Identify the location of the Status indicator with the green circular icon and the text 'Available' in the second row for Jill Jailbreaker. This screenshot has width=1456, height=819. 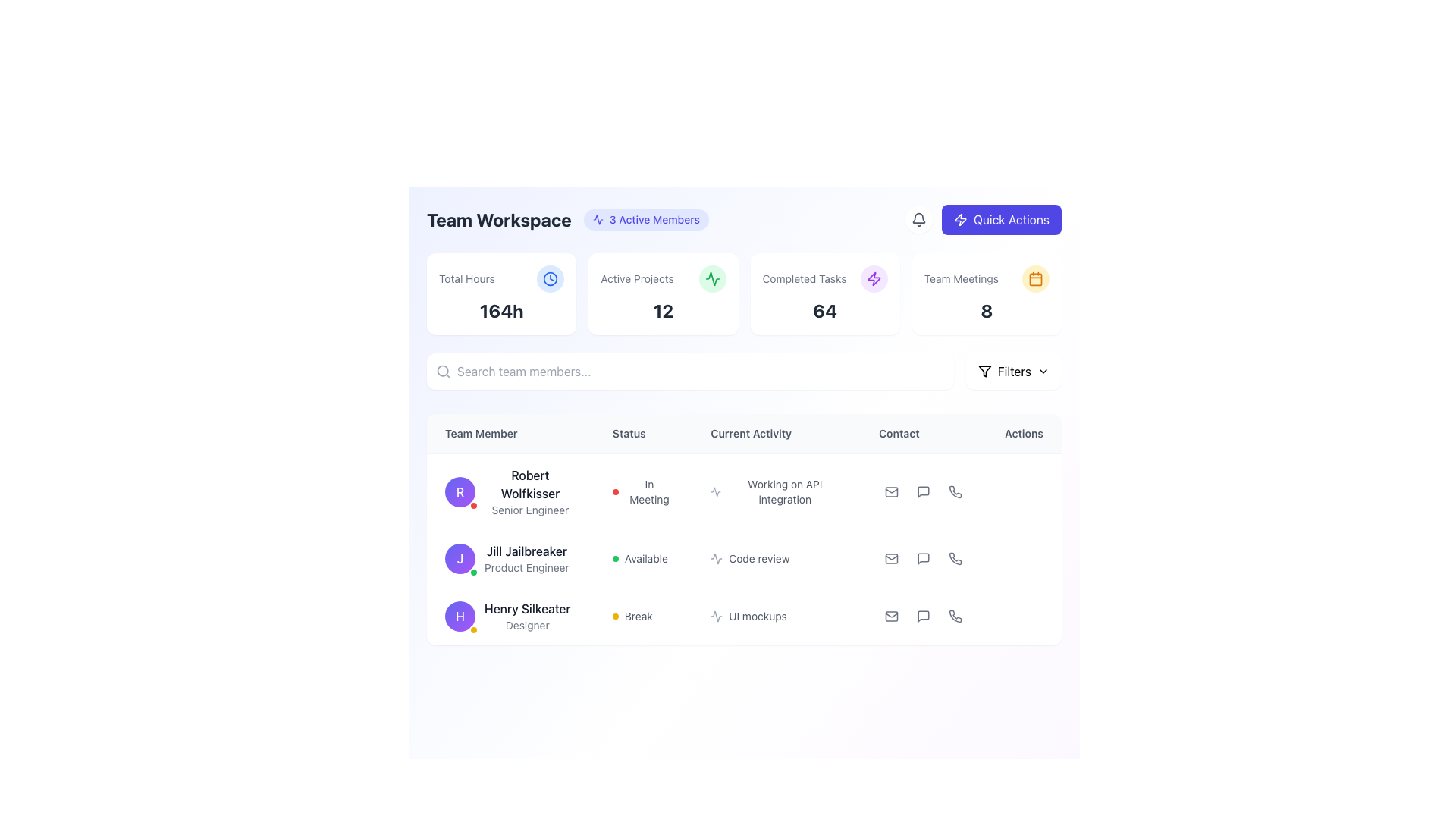
(643, 558).